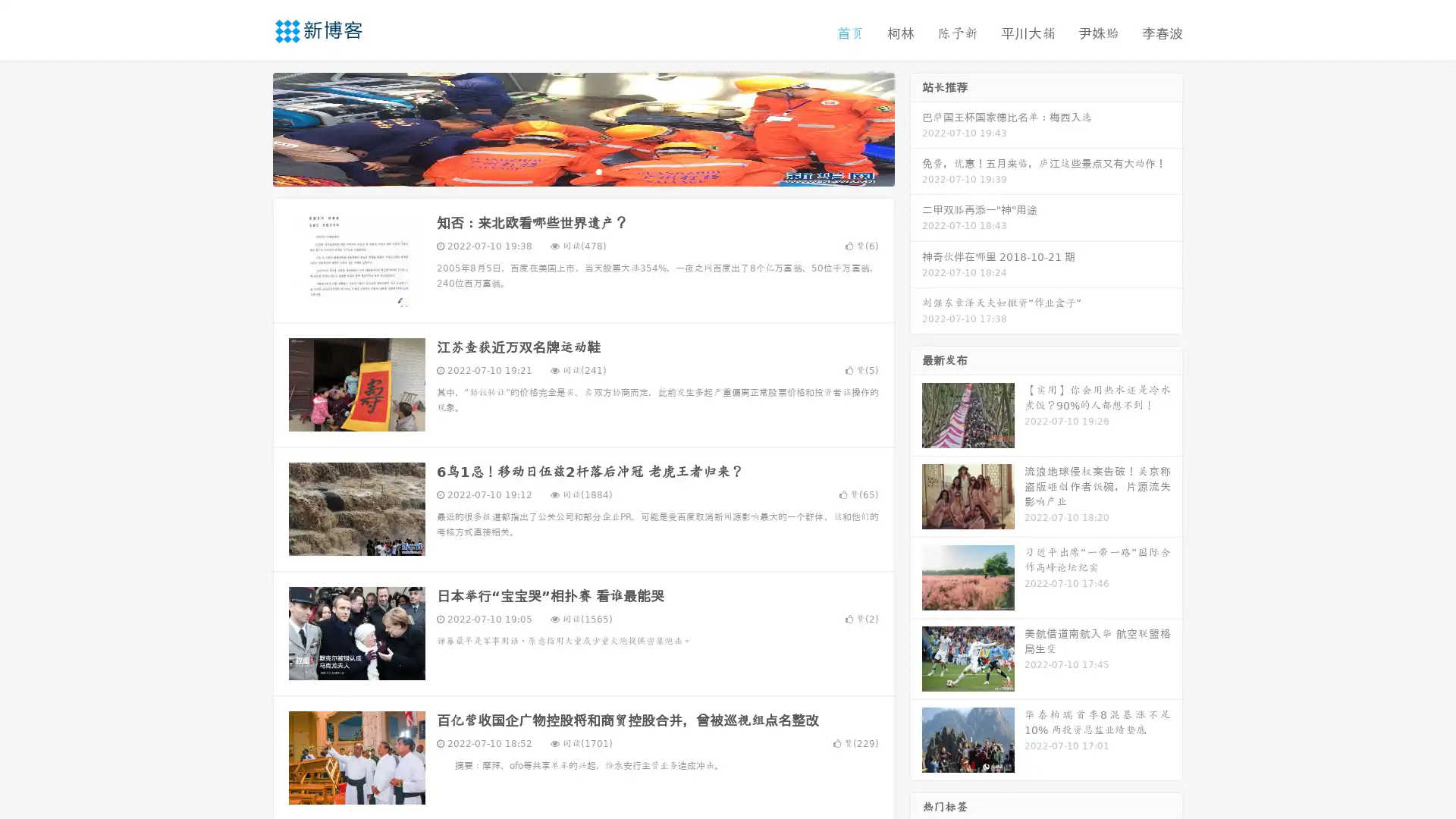 This screenshot has height=819, width=1456. Describe the element at coordinates (598, 171) in the screenshot. I see `Go to slide 3` at that location.